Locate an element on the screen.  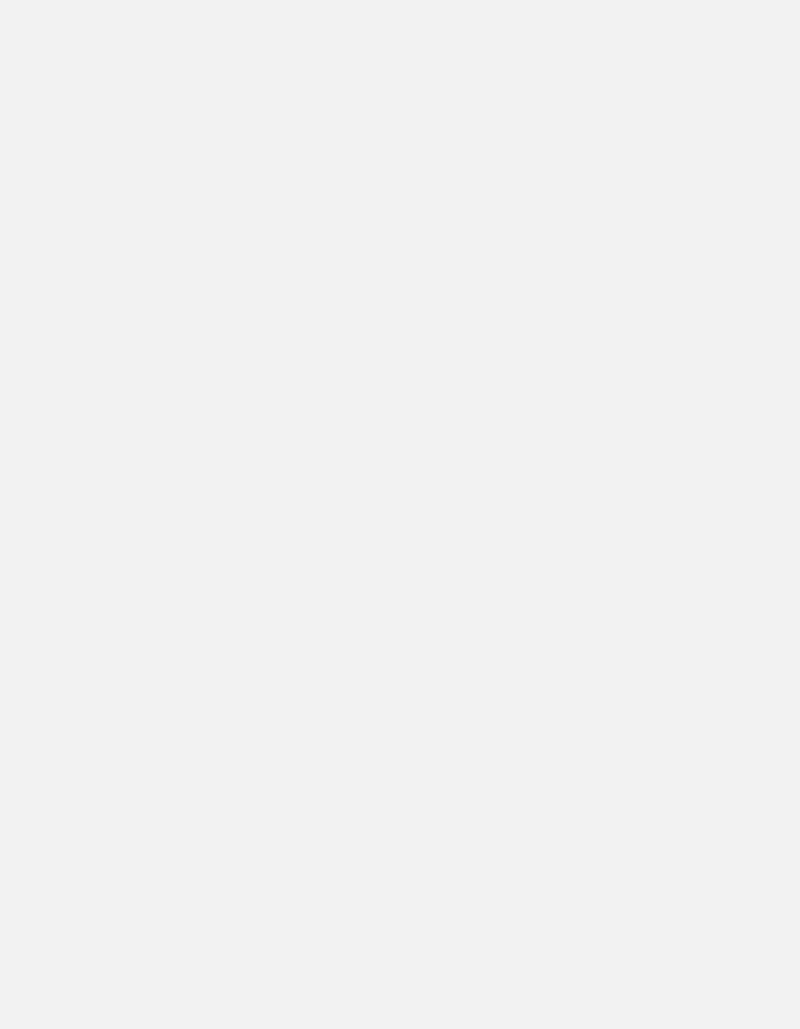
'Arsenal U23 results' is located at coordinates (63, 651).